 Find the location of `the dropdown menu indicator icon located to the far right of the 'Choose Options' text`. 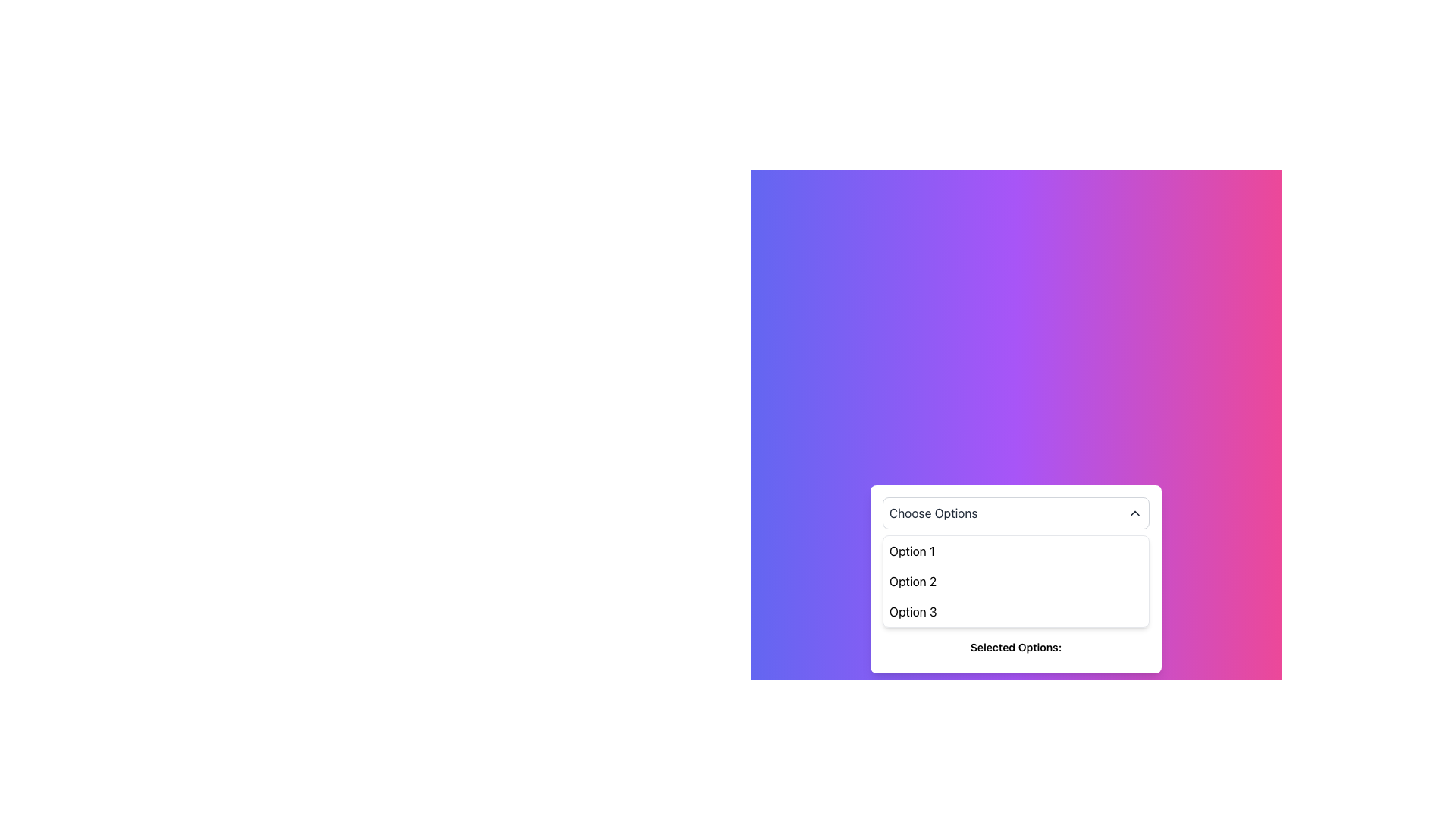

the dropdown menu indicator icon located to the far right of the 'Choose Options' text is located at coordinates (1135, 513).